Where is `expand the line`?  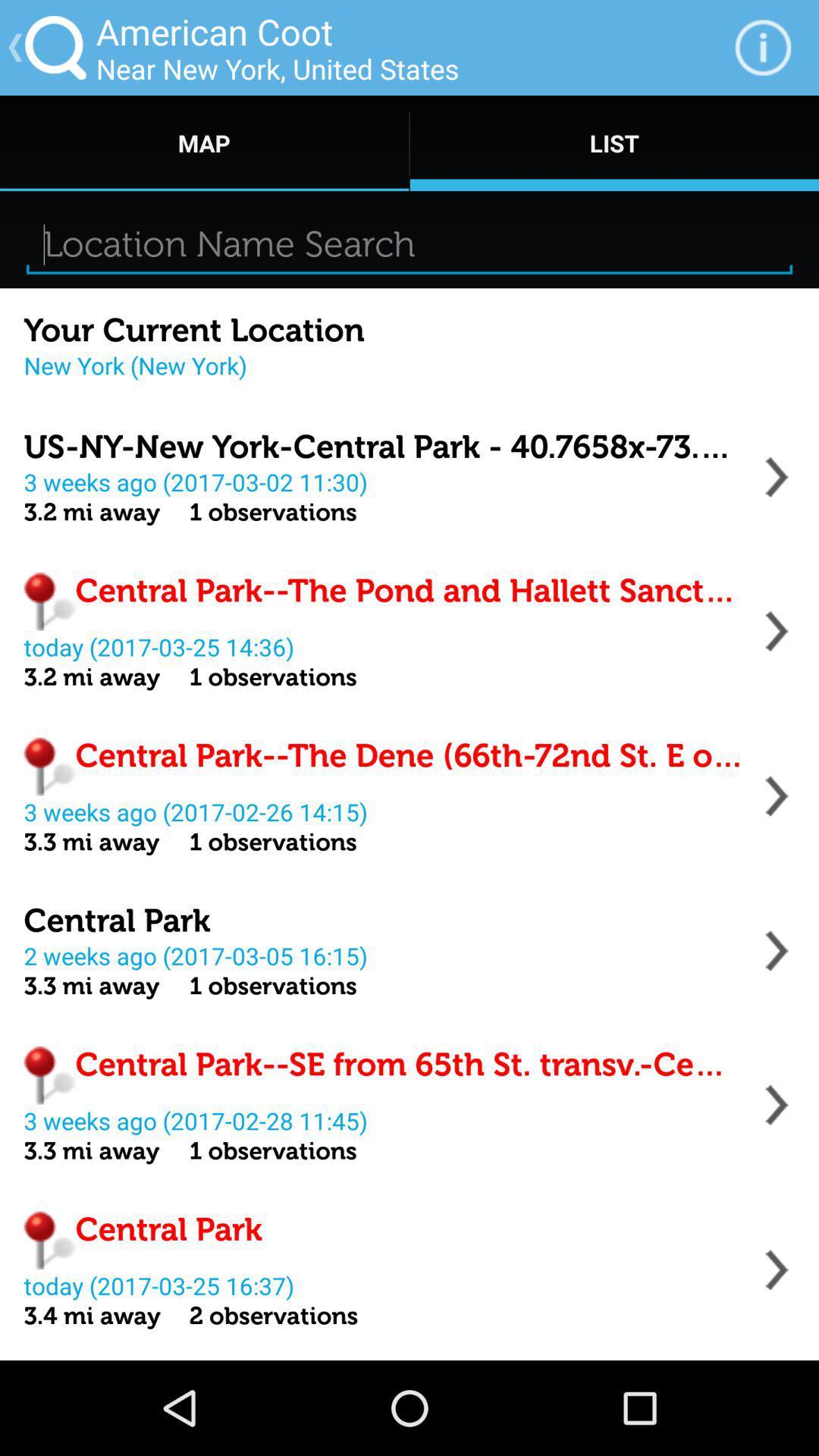
expand the line is located at coordinates (777, 1105).